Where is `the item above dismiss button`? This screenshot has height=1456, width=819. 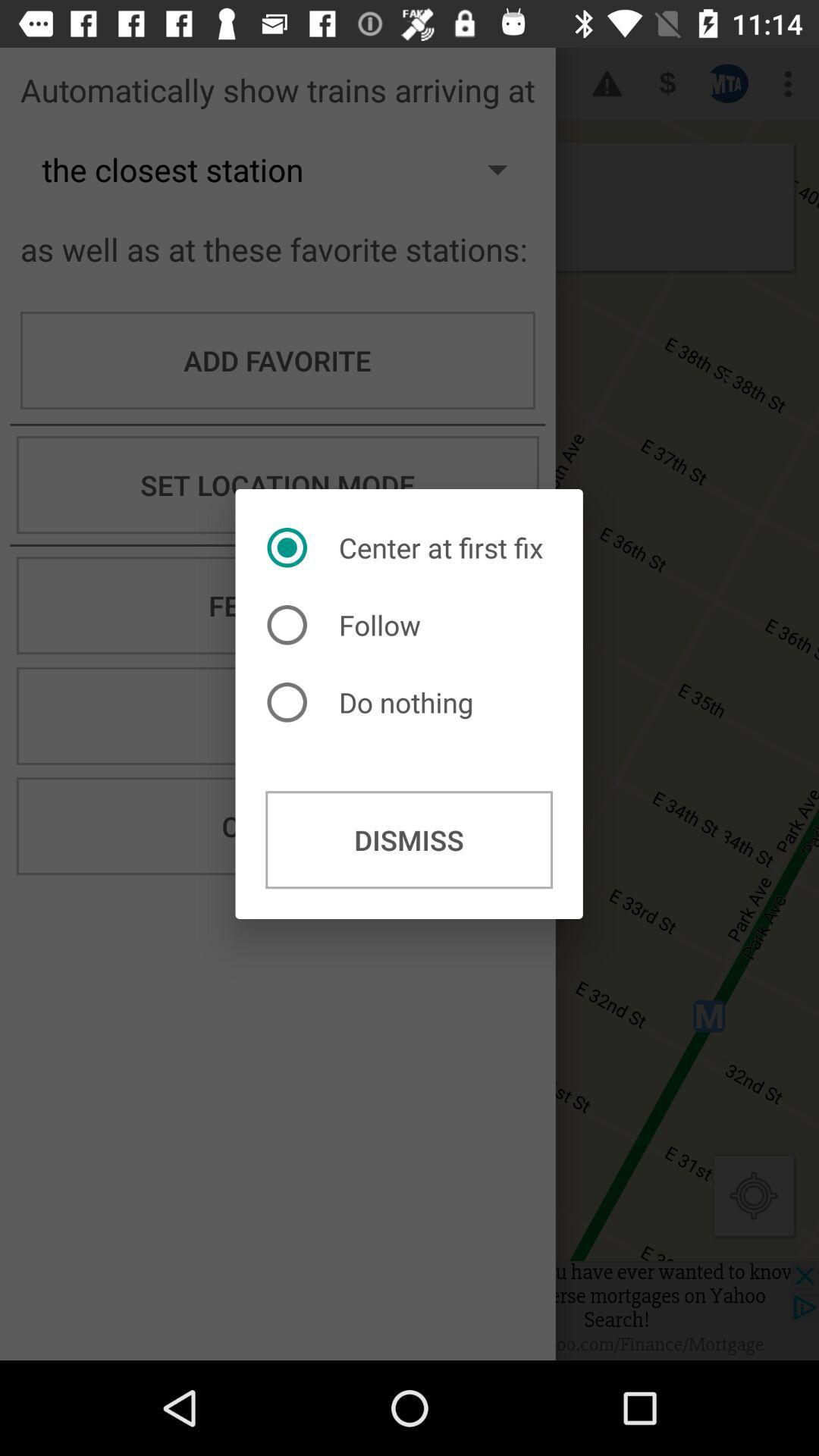
the item above dismiss button is located at coordinates (374, 701).